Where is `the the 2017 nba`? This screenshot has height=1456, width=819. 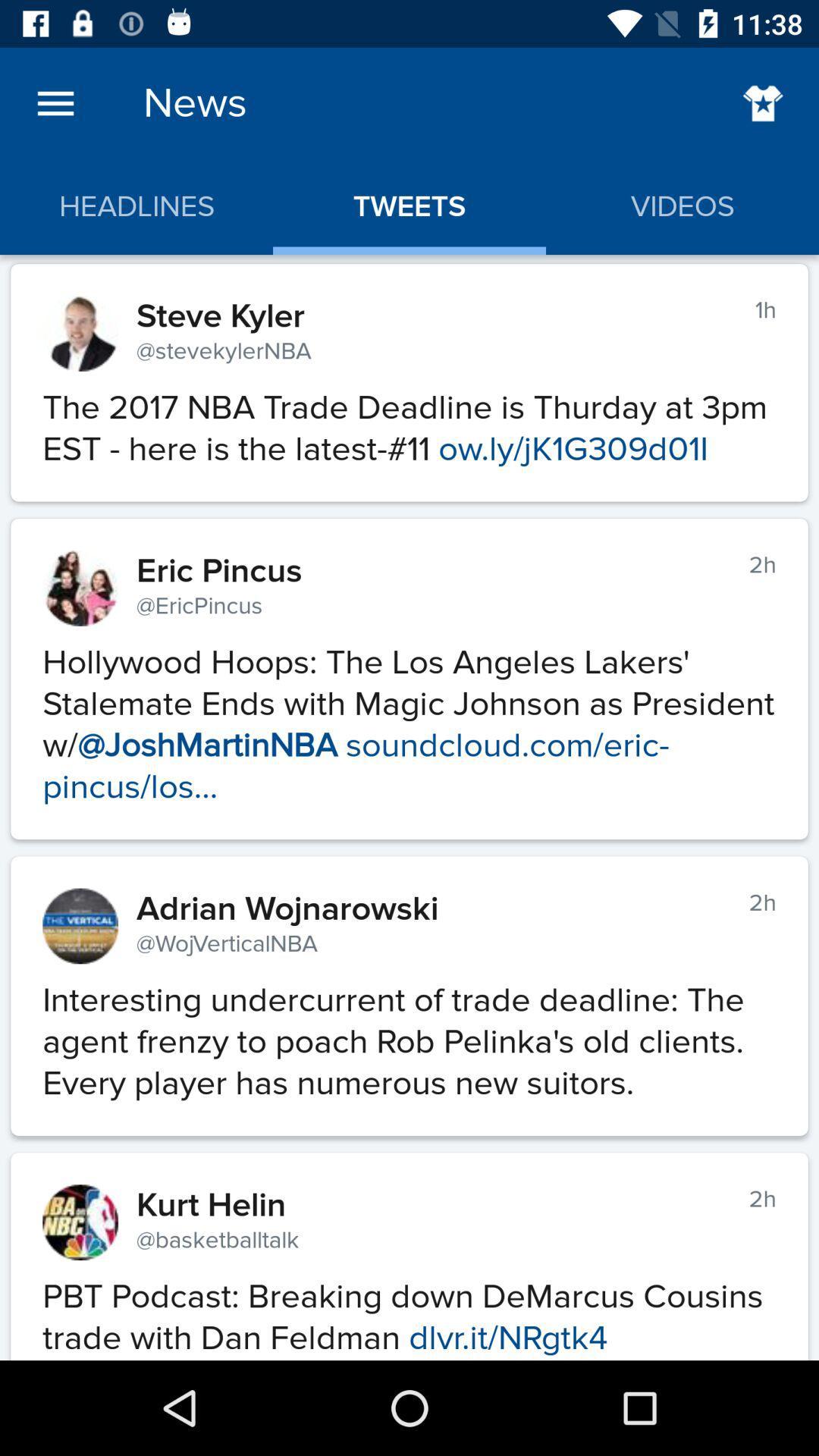
the the 2017 nba is located at coordinates (409, 420).